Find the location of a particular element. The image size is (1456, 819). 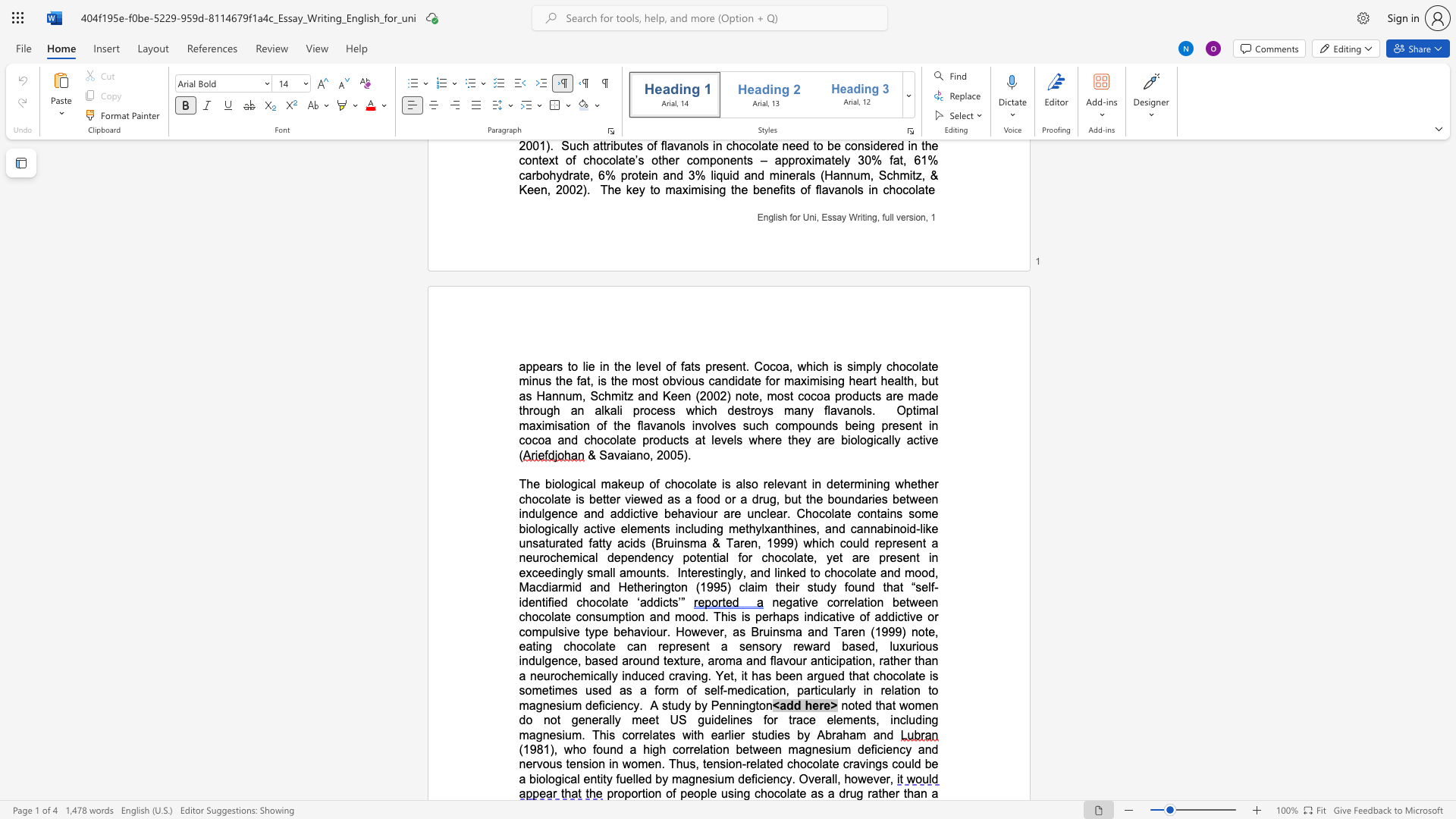

the subset text "esent in exceedingly s" within the text "a neurochemical dependency potential for chocolate, yet are present in exceedingly small amounts" is located at coordinates (890, 558).